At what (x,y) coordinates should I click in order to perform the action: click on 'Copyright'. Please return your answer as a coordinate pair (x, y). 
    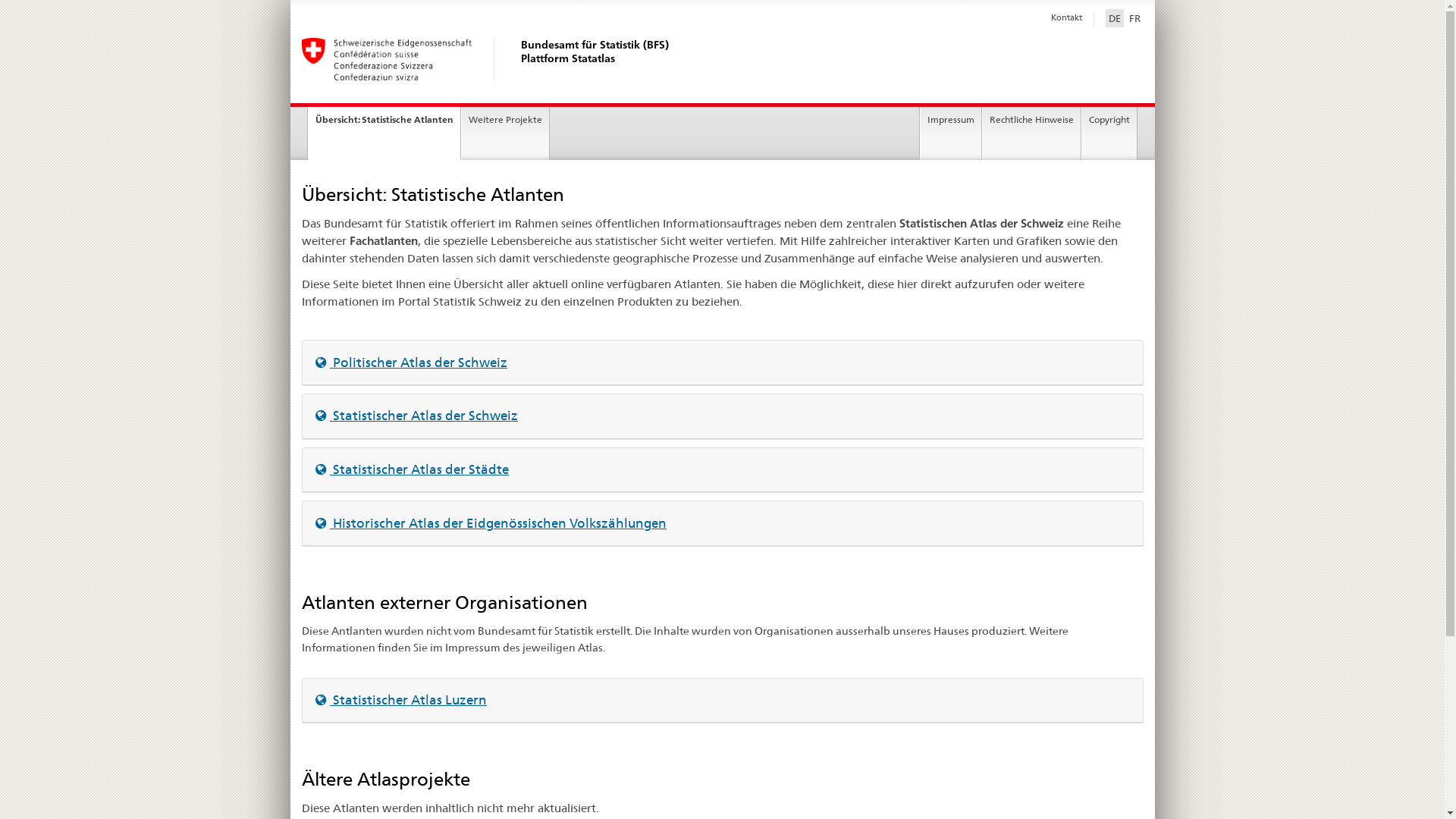
    Looking at the image, I should click on (1109, 133).